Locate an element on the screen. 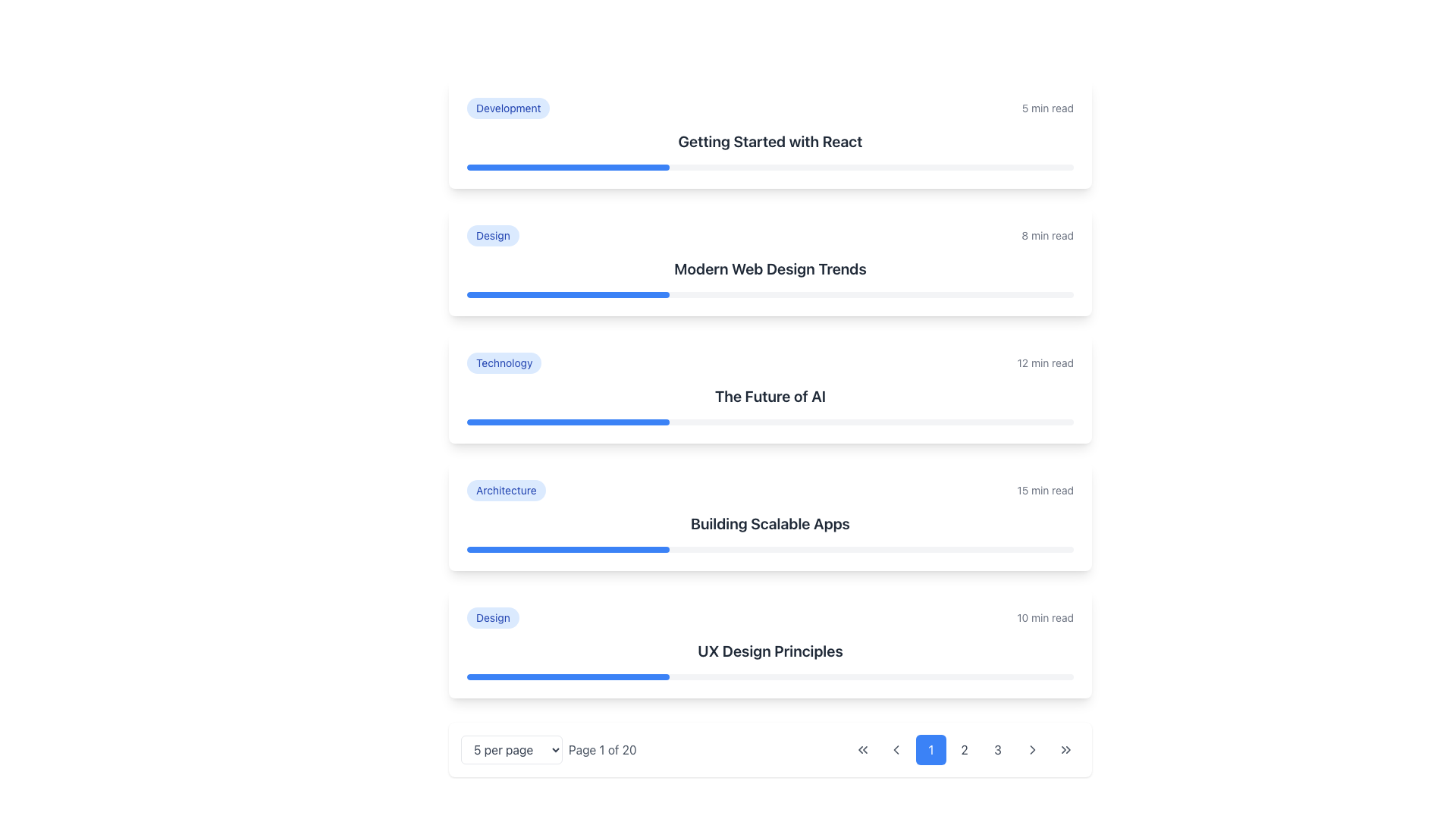  the progress visually on the horizontal progress bar located beneath the headline 'Getting Started with React', which is characterized by a gray background and a blue filled portion extending to one-third of its width is located at coordinates (770, 167).